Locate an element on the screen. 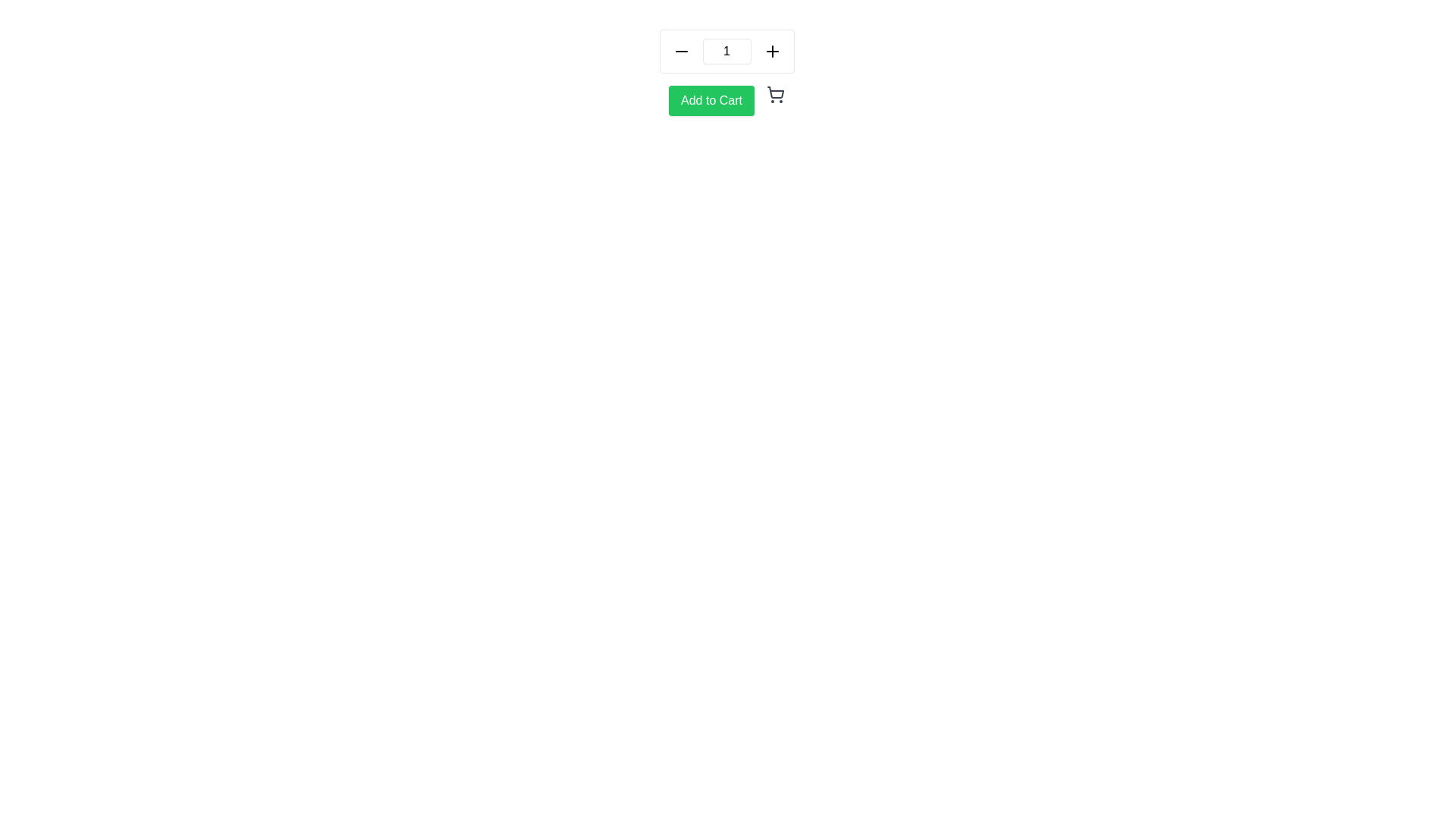 This screenshot has height=819, width=1456. the first button in a horizontal arrangement, which is styled as a square with a gray hover effect and contains a minus symbol (−) at its center is located at coordinates (680, 51).